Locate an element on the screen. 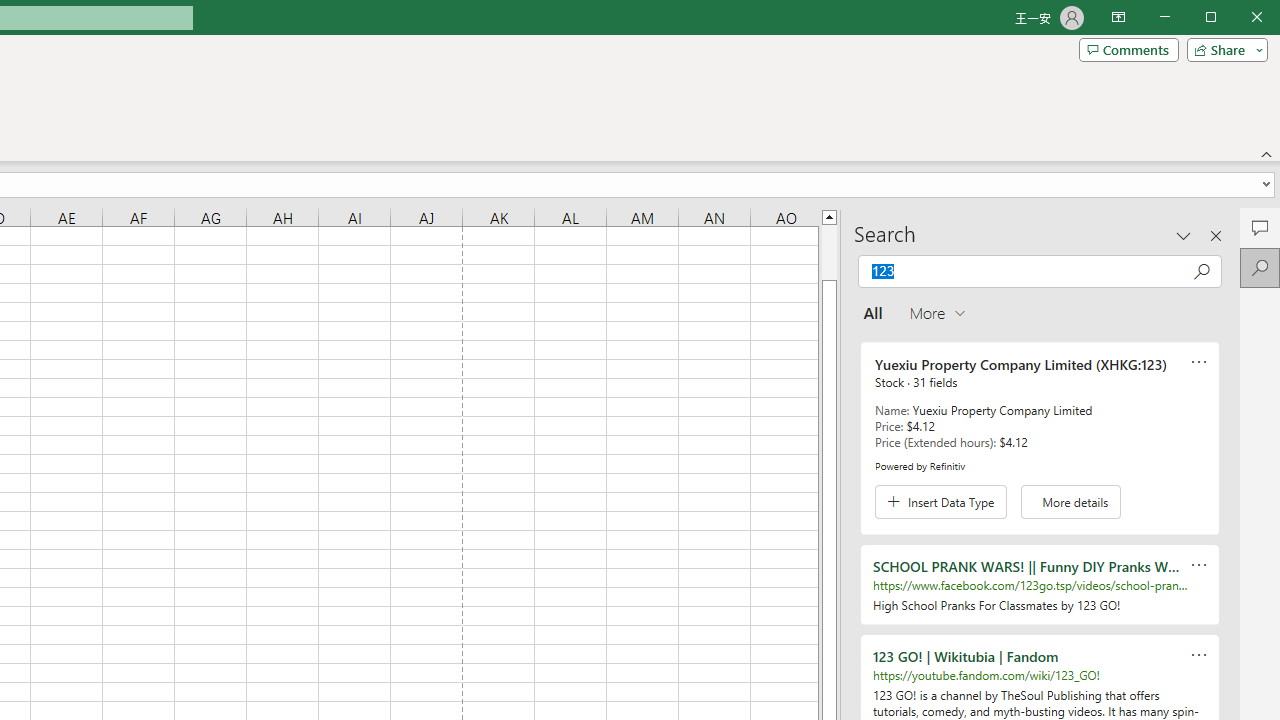 The image size is (1280, 720). 'Minimize' is located at coordinates (1216, 19).